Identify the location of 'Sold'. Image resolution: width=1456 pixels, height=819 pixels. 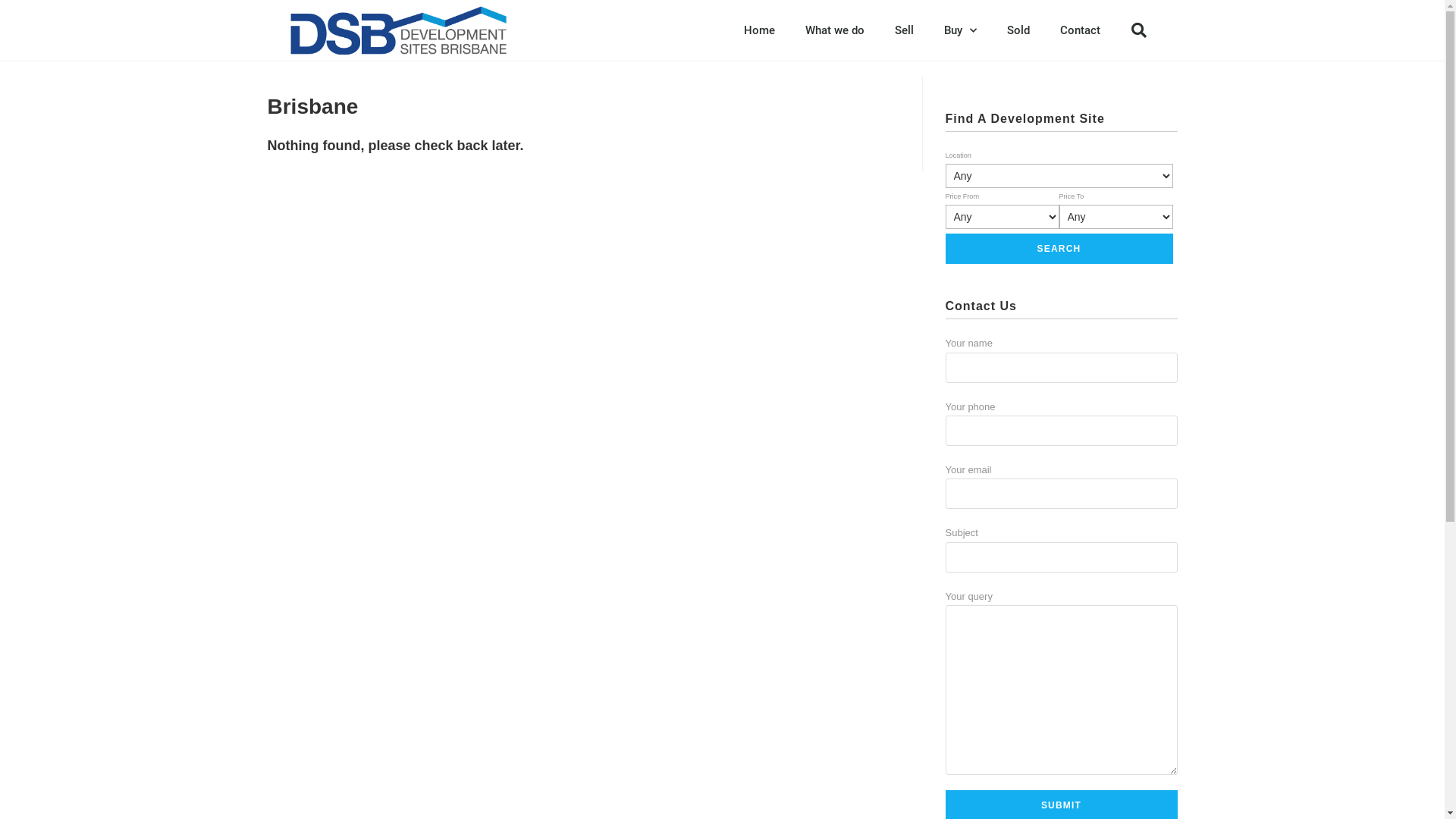
(992, 30).